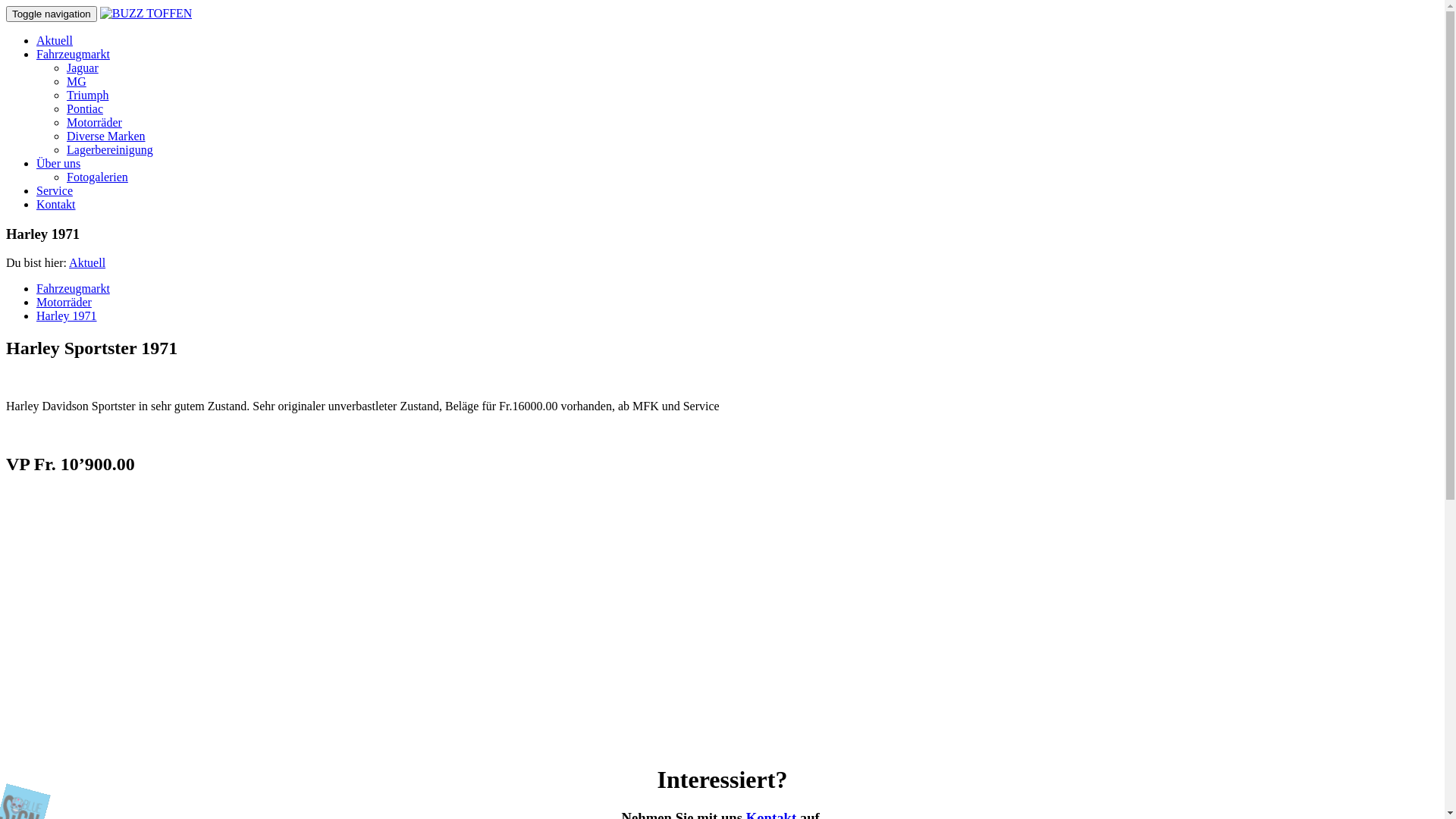 The width and height of the screenshot is (1456, 819). Describe the element at coordinates (36, 190) in the screenshot. I see `'Service'` at that location.